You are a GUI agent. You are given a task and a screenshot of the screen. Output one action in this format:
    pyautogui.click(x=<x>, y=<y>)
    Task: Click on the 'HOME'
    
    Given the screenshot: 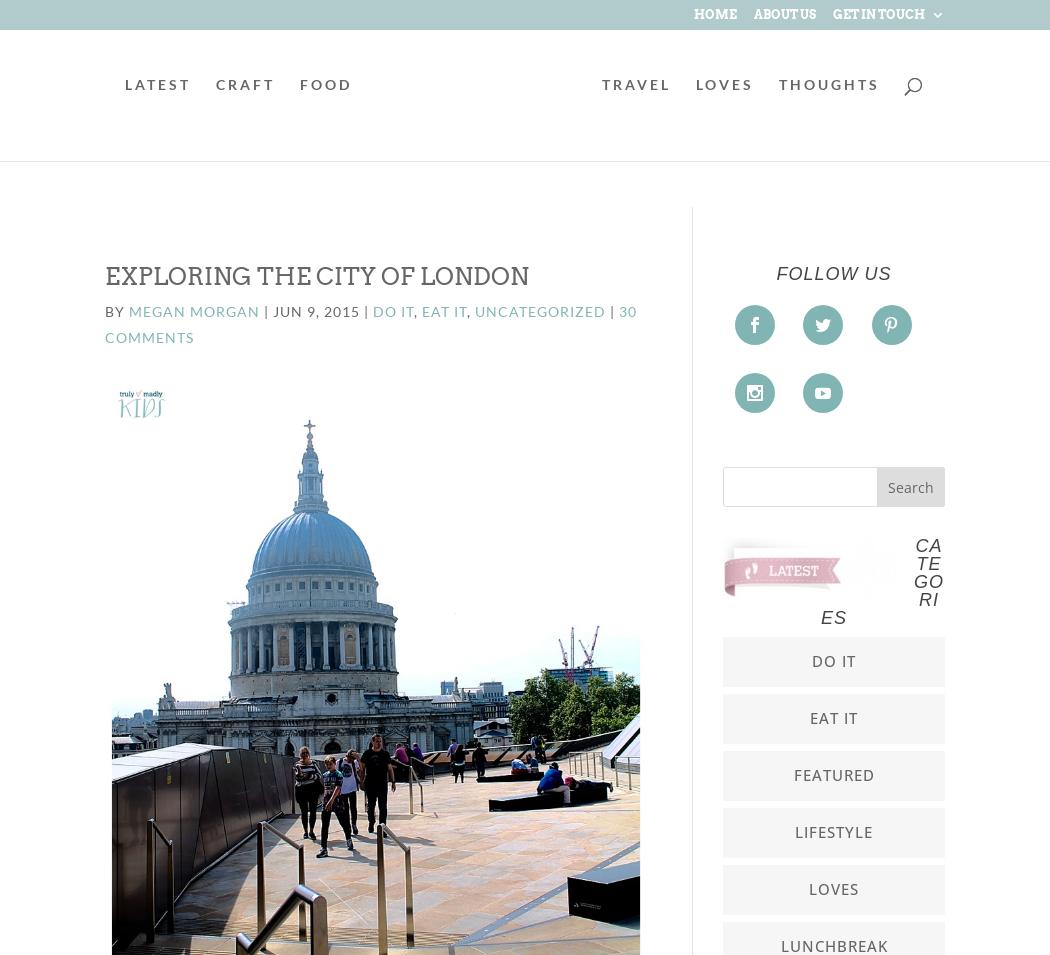 What is the action you would take?
    pyautogui.click(x=714, y=13)
    